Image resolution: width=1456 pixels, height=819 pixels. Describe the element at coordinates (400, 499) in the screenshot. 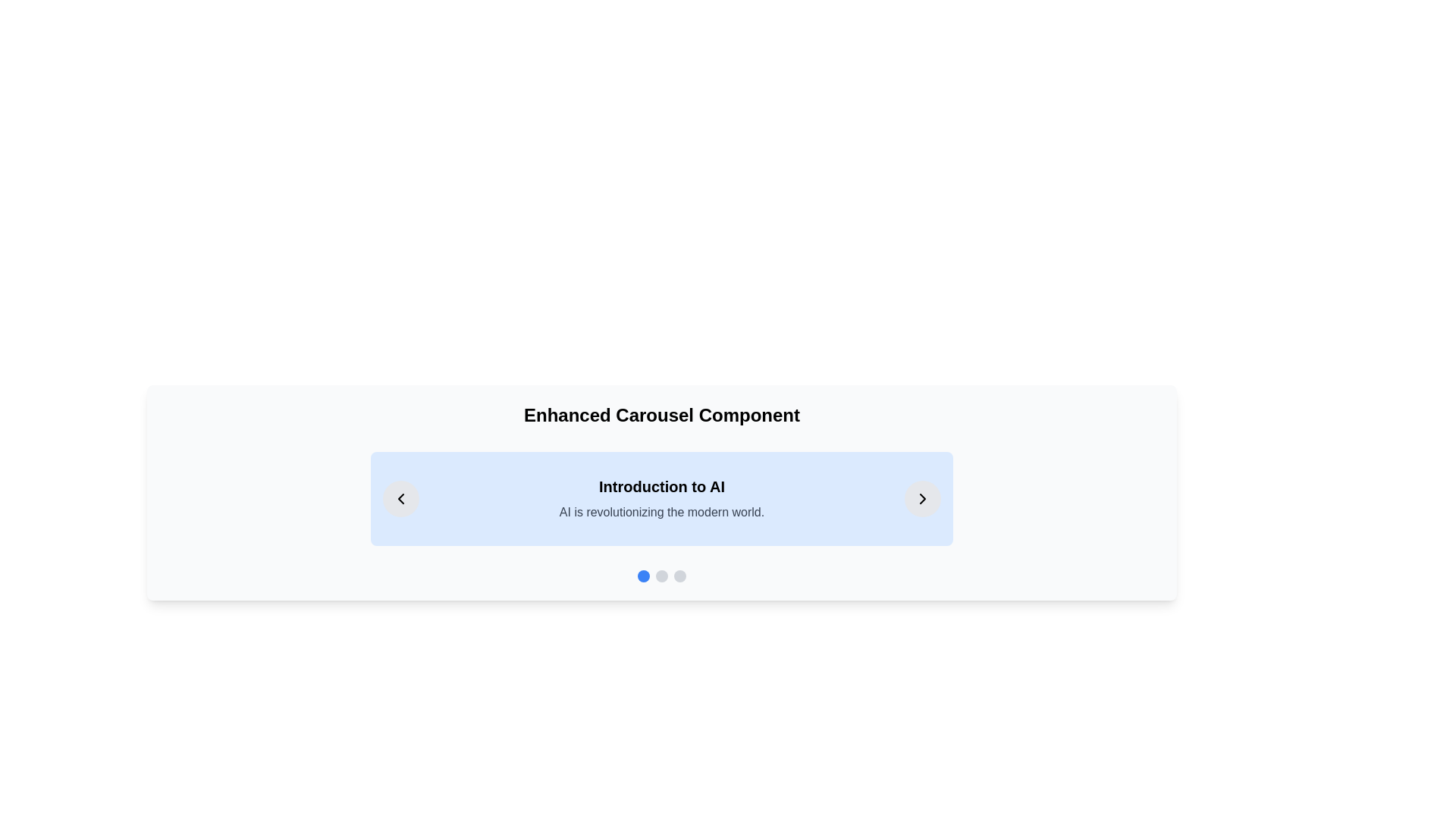

I see `the left-pointing chevron icon inside the round button` at that location.